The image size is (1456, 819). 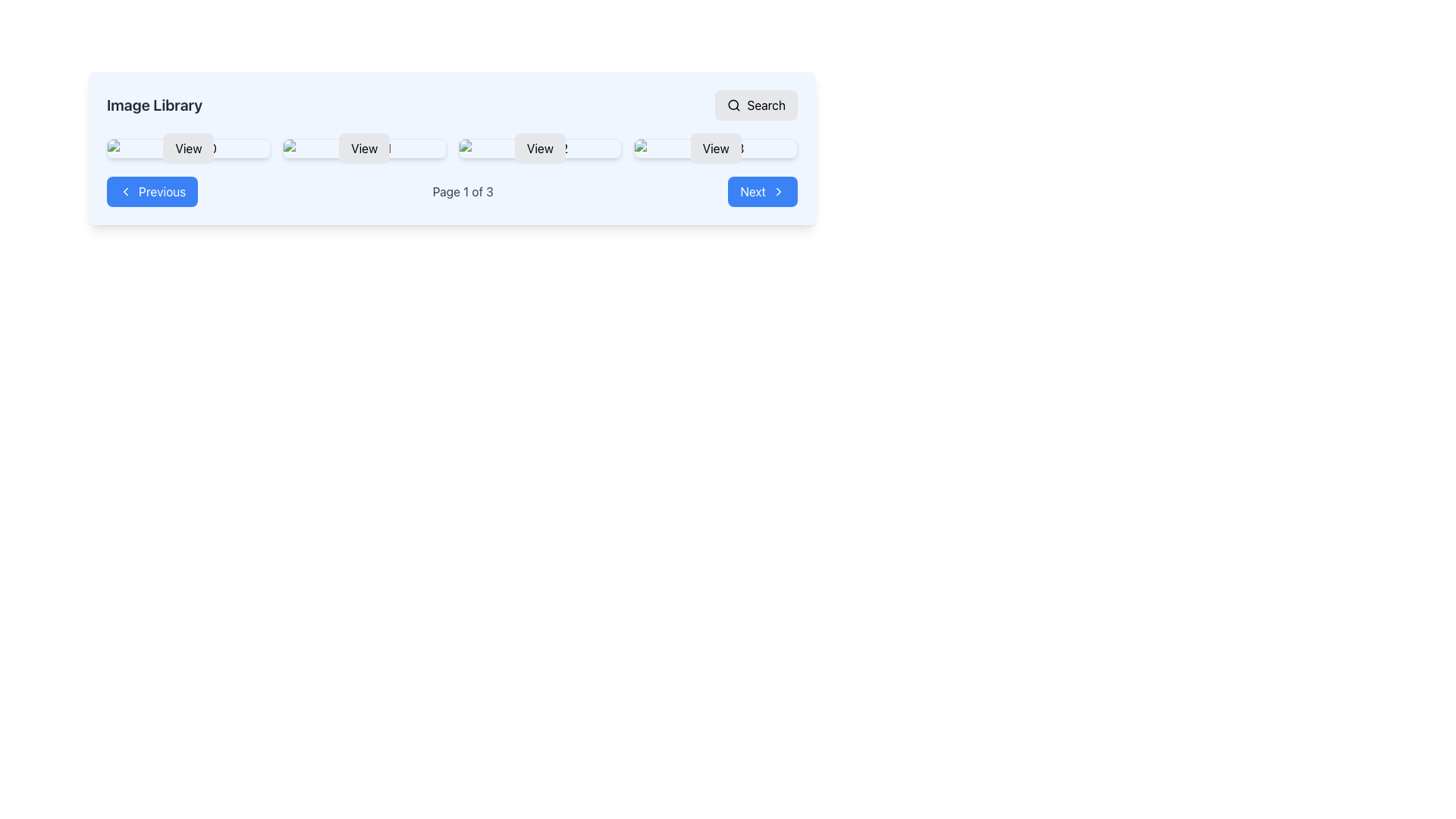 I want to click on the chevron icon located on the far left of the blue 'Previous' button, so click(x=126, y=191).